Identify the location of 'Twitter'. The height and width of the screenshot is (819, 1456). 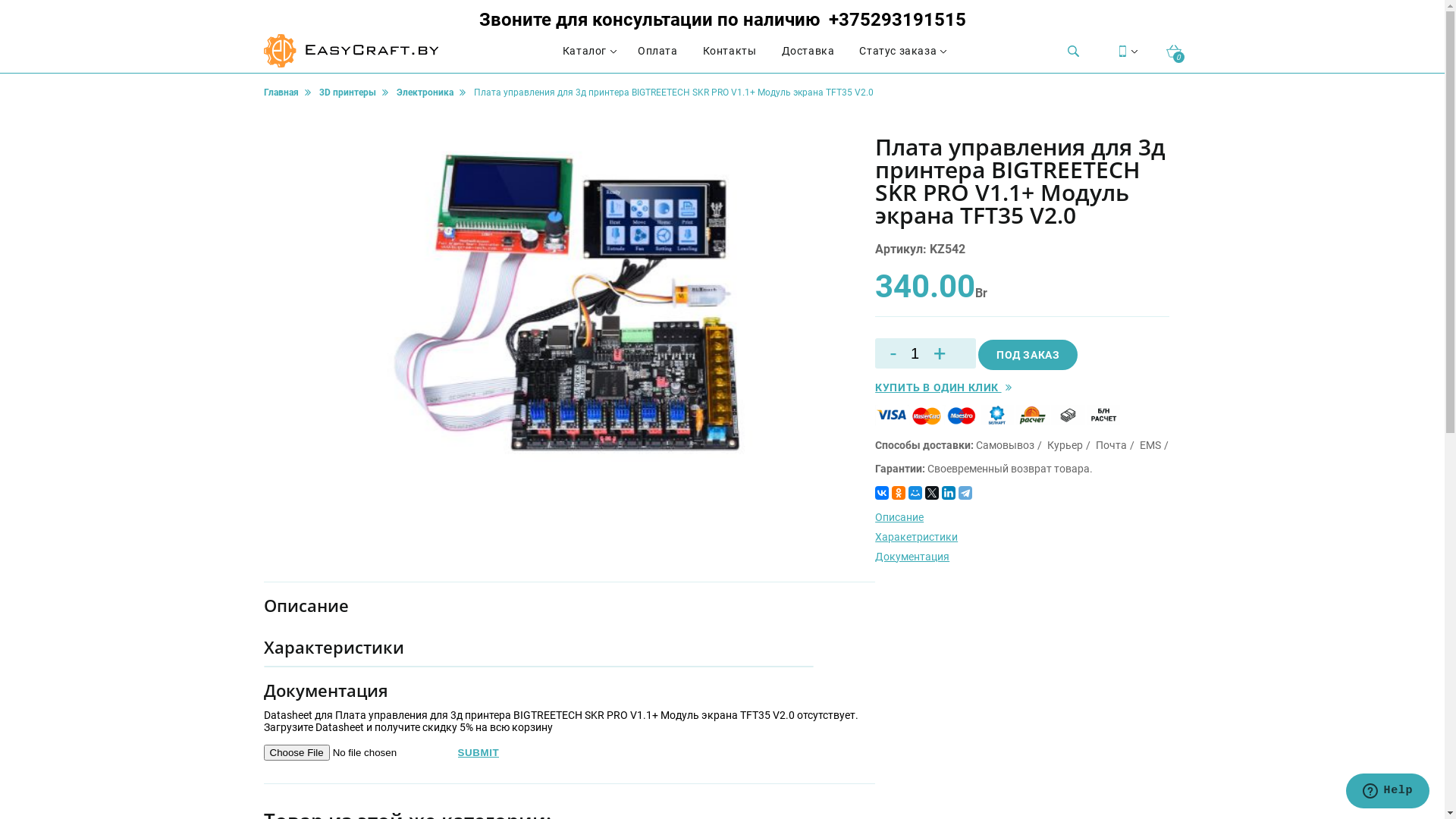
(930, 493).